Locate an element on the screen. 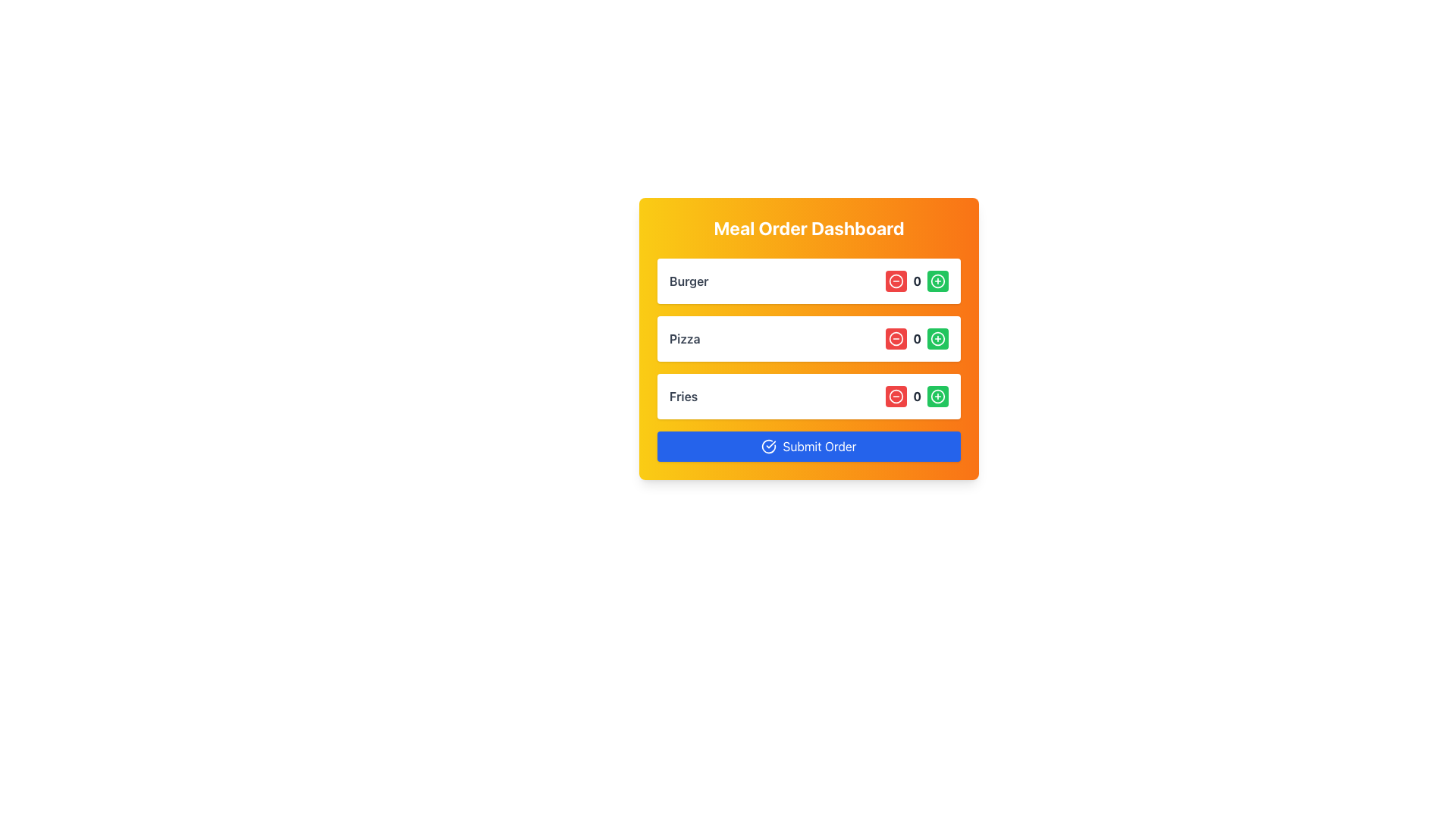  the counter value in the 'Burger' section of the meal order dashboard, which displays '0' is located at coordinates (808, 281).